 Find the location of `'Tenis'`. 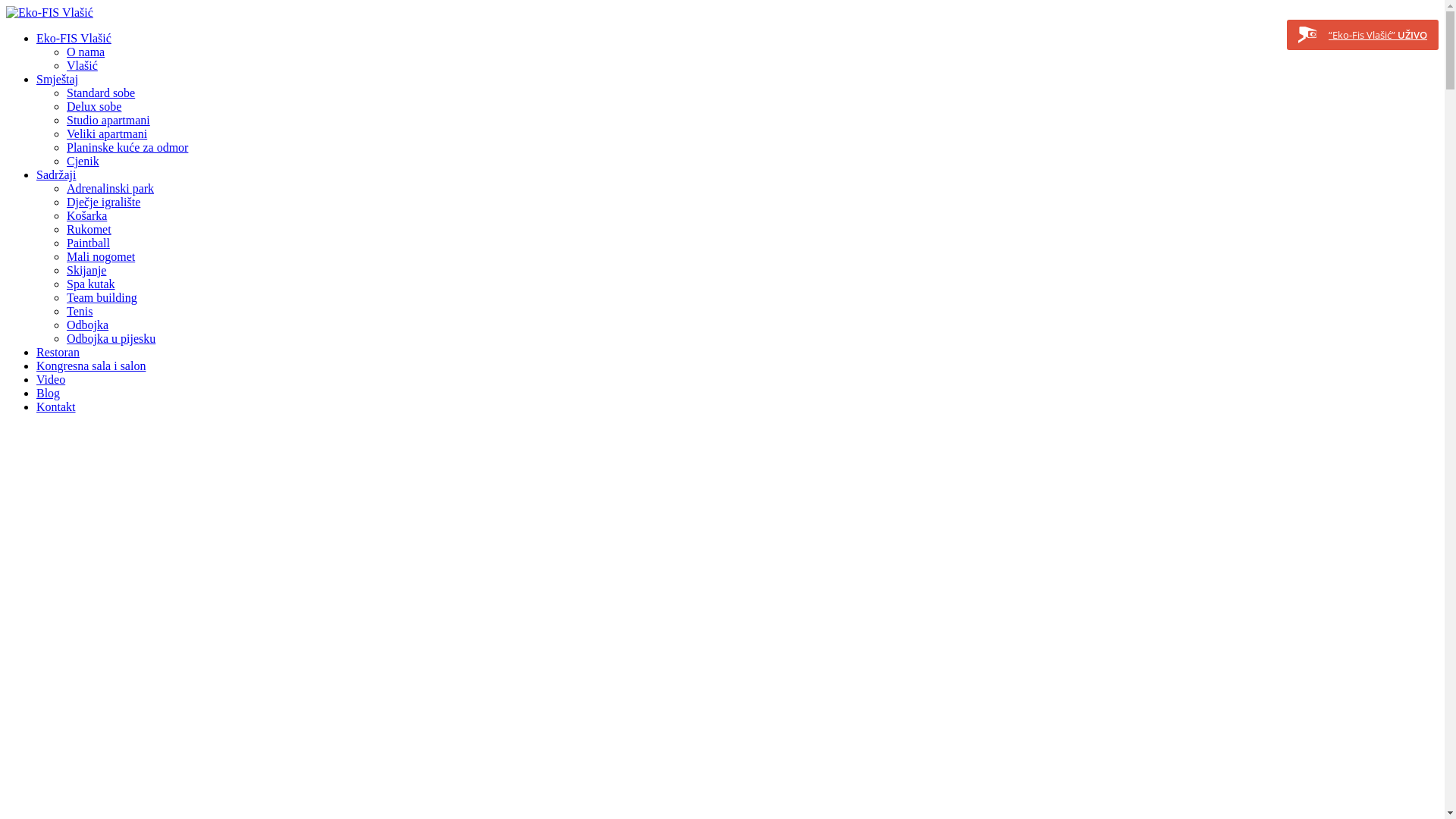

'Tenis' is located at coordinates (79, 310).